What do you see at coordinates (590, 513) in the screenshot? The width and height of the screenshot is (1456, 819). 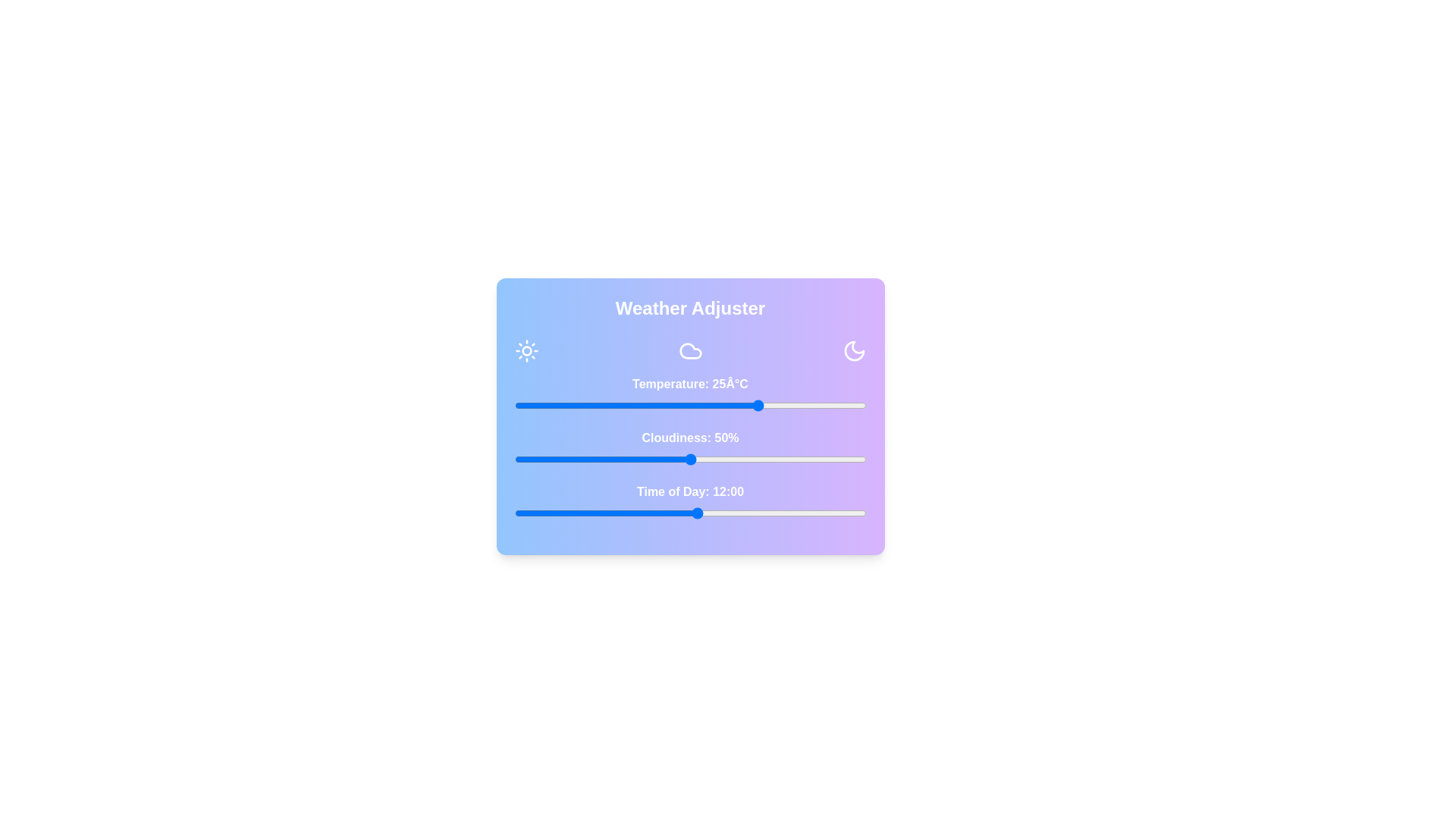 I see `the time of day` at bounding box center [590, 513].